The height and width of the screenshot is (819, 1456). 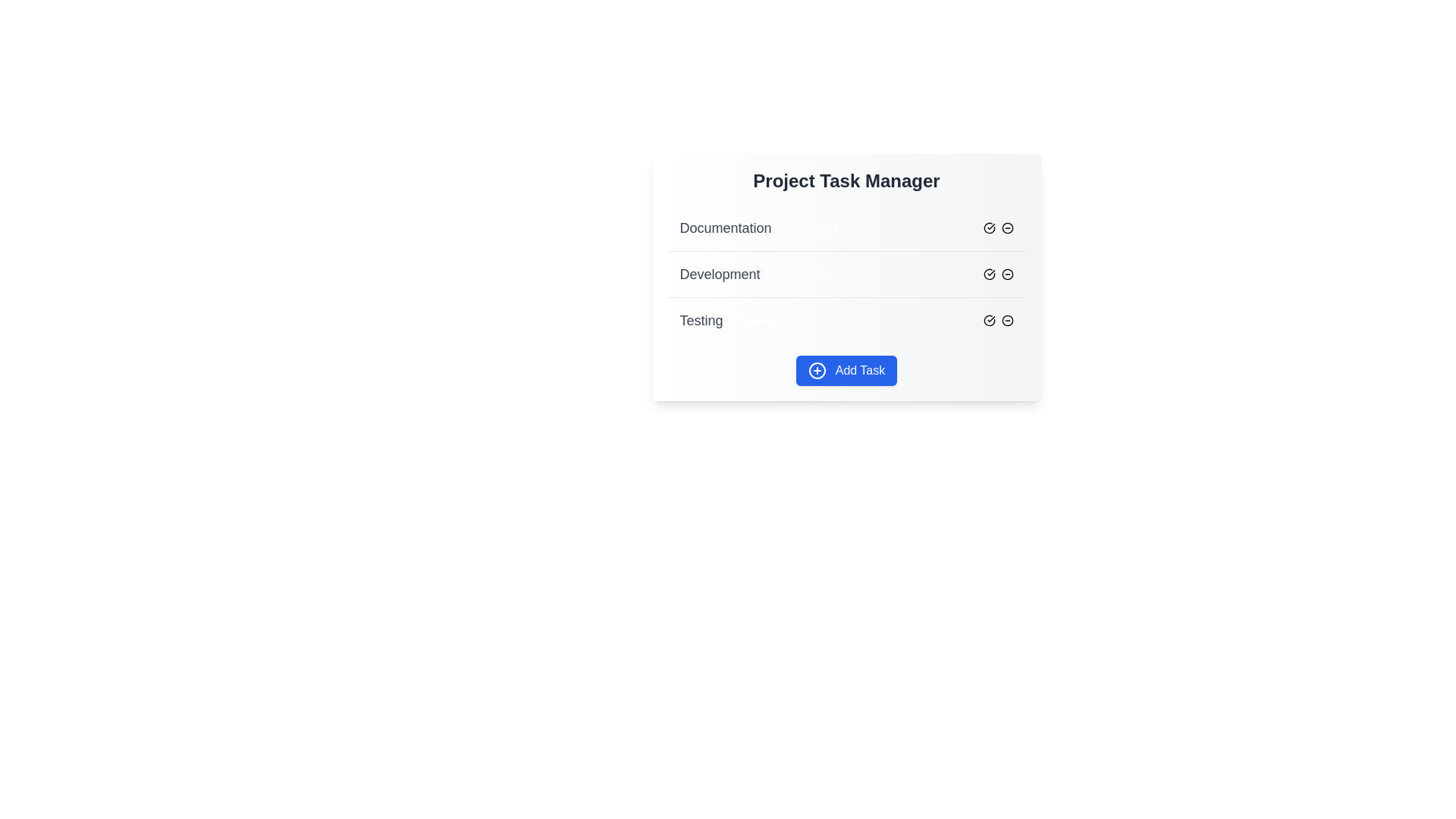 I want to click on the interactive area of the circular border of the 'Add Task' button, so click(x=816, y=371).